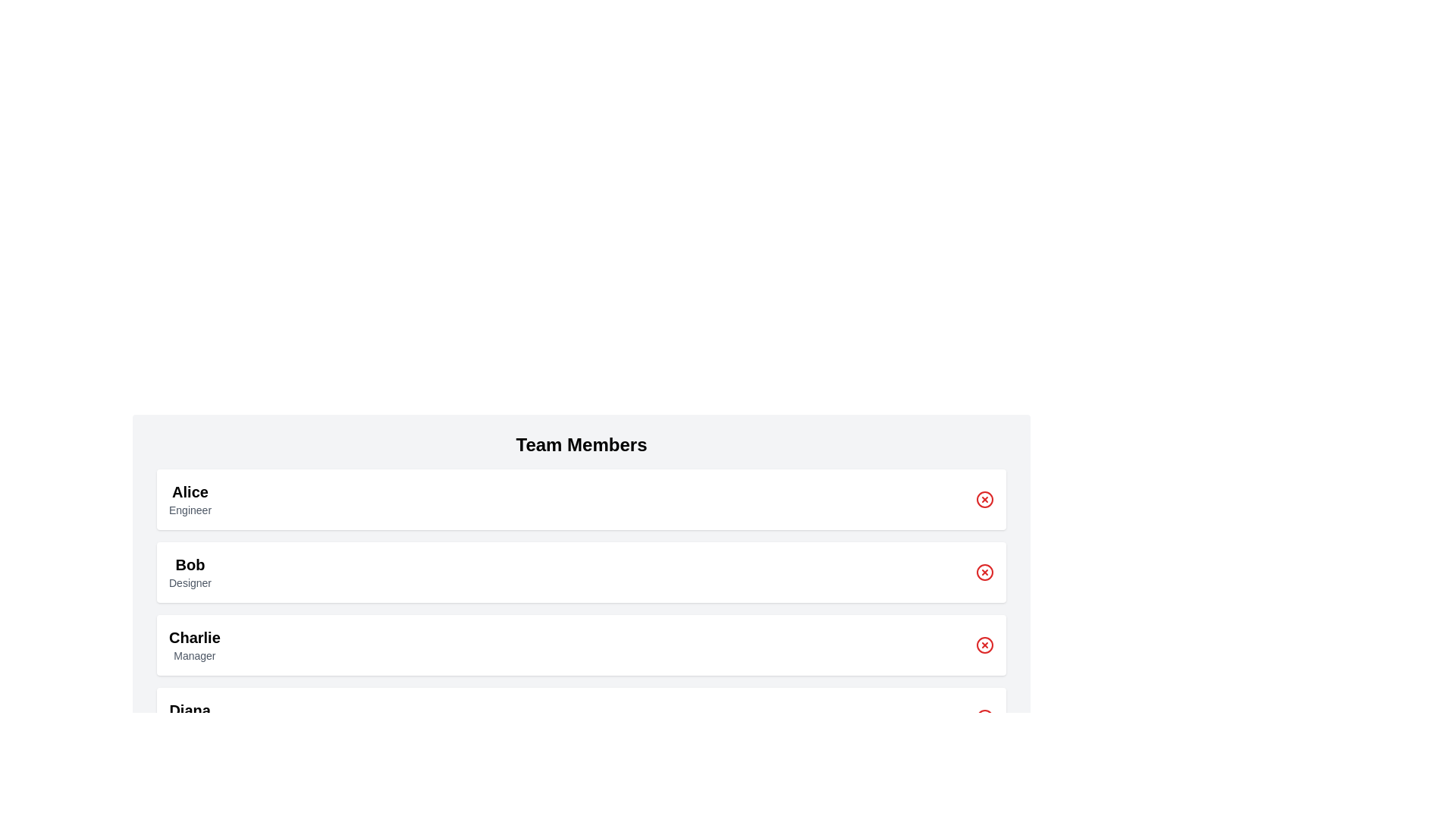  What do you see at coordinates (189, 711) in the screenshot?
I see `the text label displaying the name 'Diana' in the team member list, which is located at the bottom of the vertical user list under the entry for 'Charlie'` at bounding box center [189, 711].